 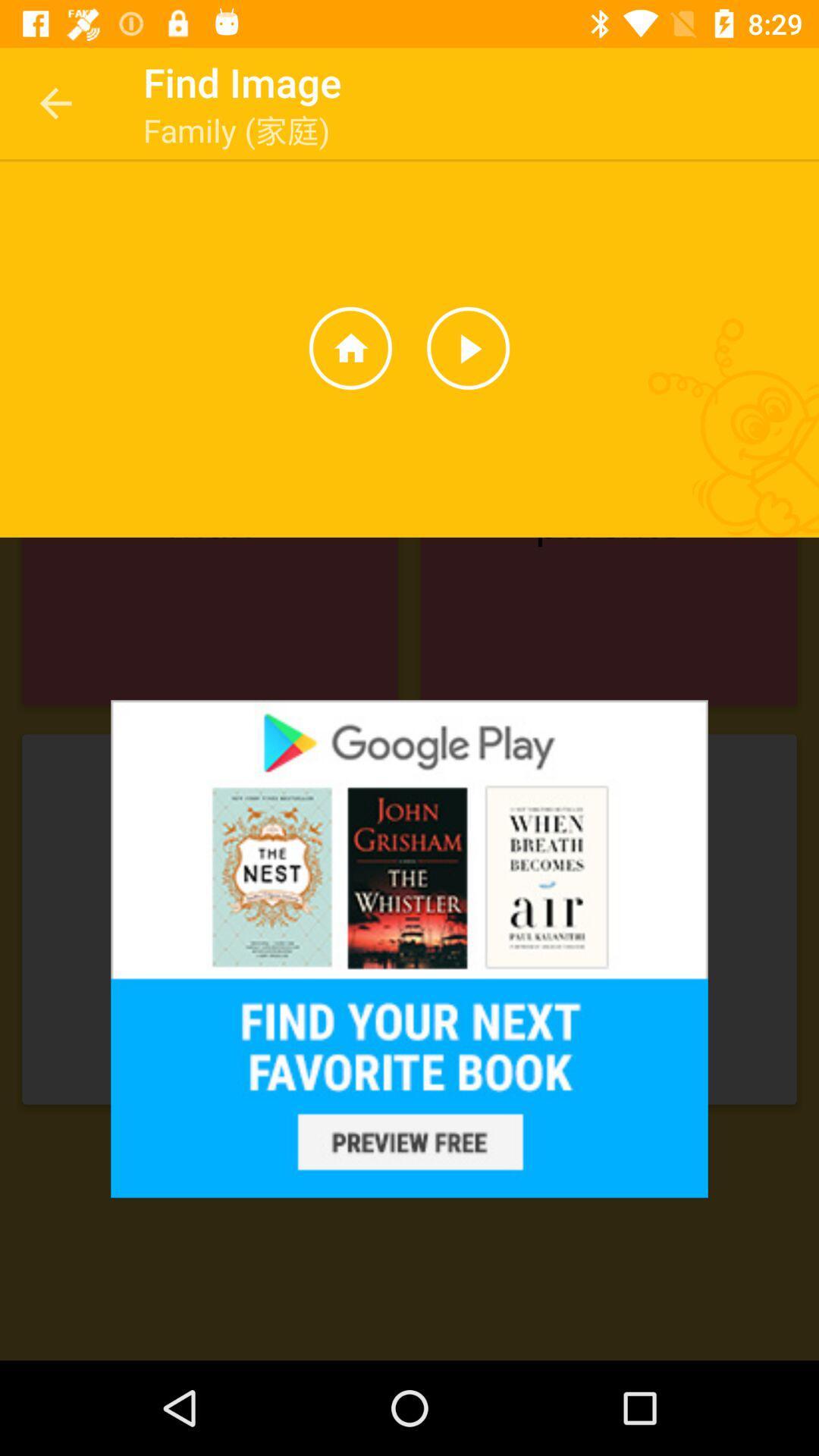 I want to click on the home icon, so click(x=350, y=347).